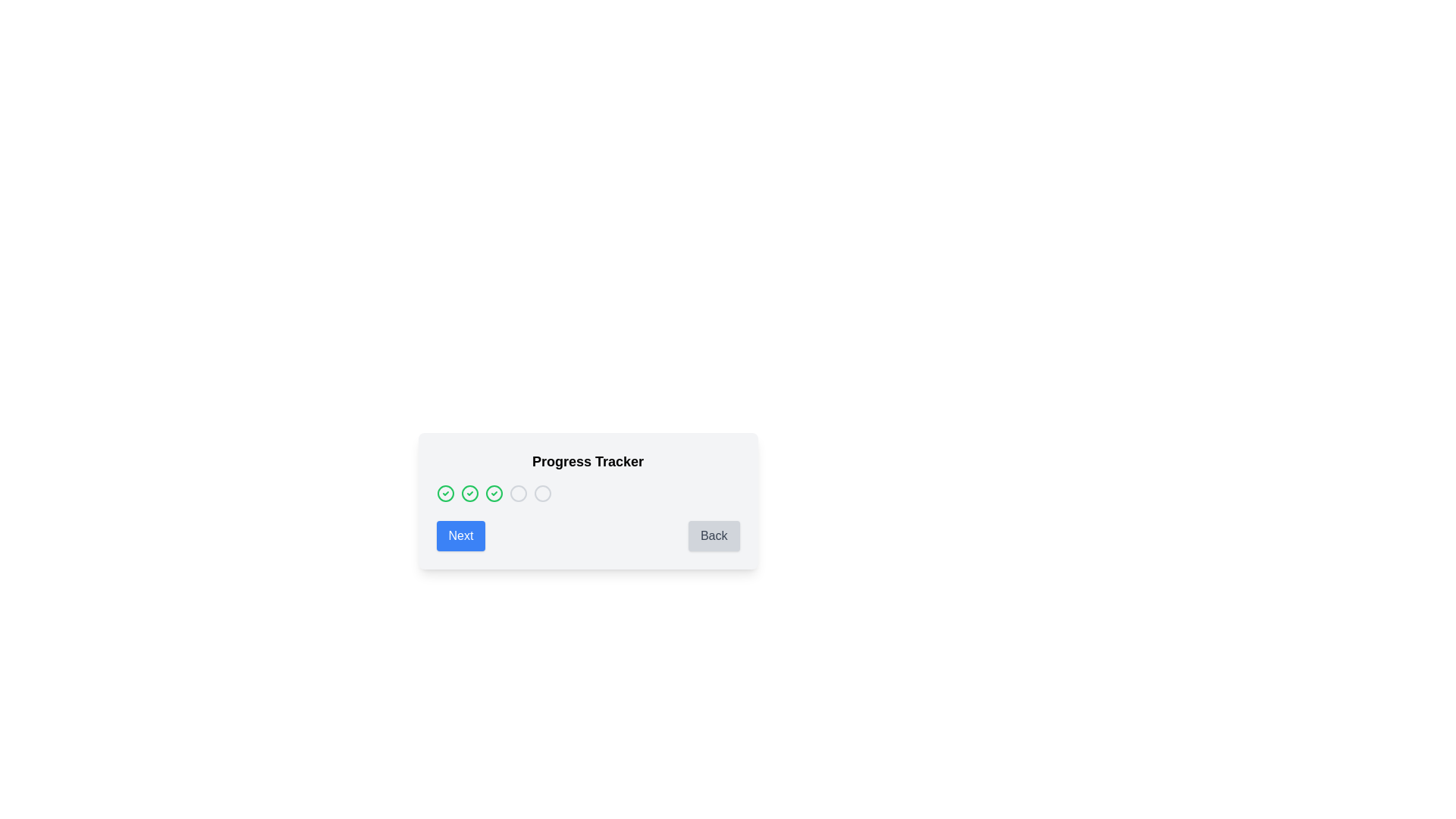 This screenshot has height=819, width=1456. What do you see at coordinates (444, 494) in the screenshot?
I see `the state of the green circular icon with a checkmark, which is the first progress indicator in a series of icons` at bounding box center [444, 494].